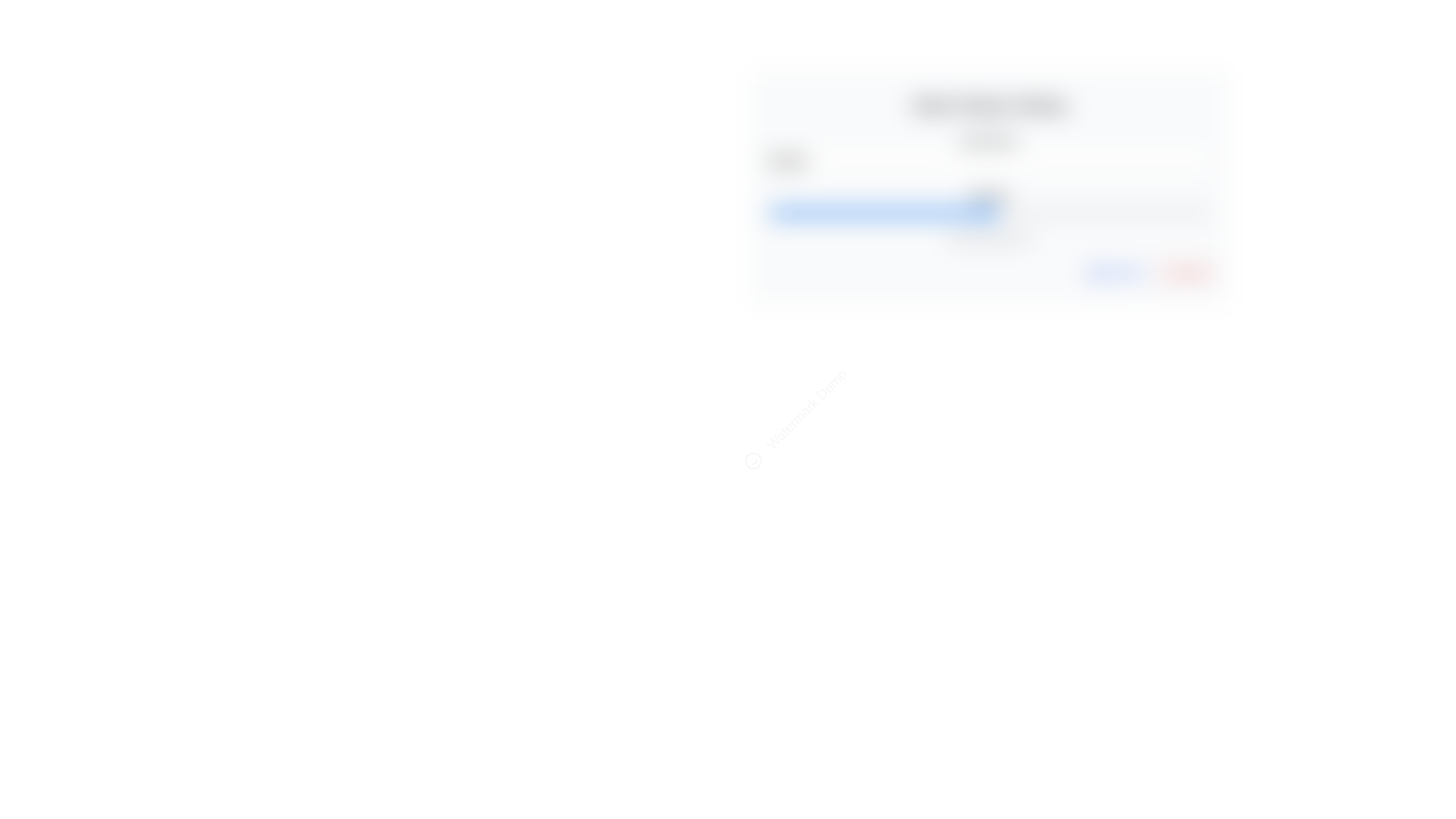 This screenshot has height=819, width=1456. Describe the element at coordinates (817, 213) in the screenshot. I see `the slider value` at that location.